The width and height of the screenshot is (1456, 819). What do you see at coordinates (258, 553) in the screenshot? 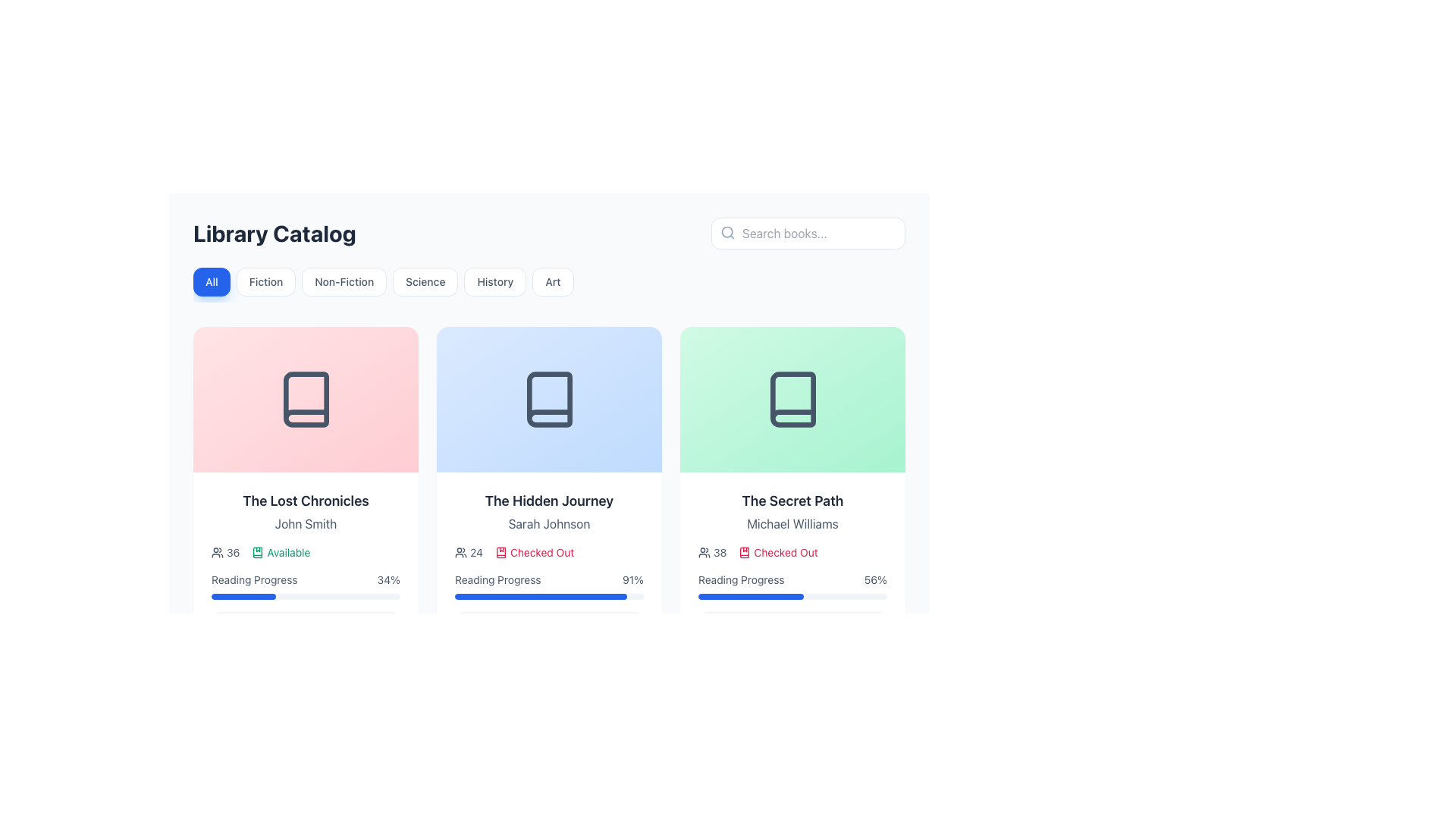
I see `the small emerald green book-like icon that indicates the availability status of 'The Lost Chronicles', located before the 'Available' status text` at bounding box center [258, 553].